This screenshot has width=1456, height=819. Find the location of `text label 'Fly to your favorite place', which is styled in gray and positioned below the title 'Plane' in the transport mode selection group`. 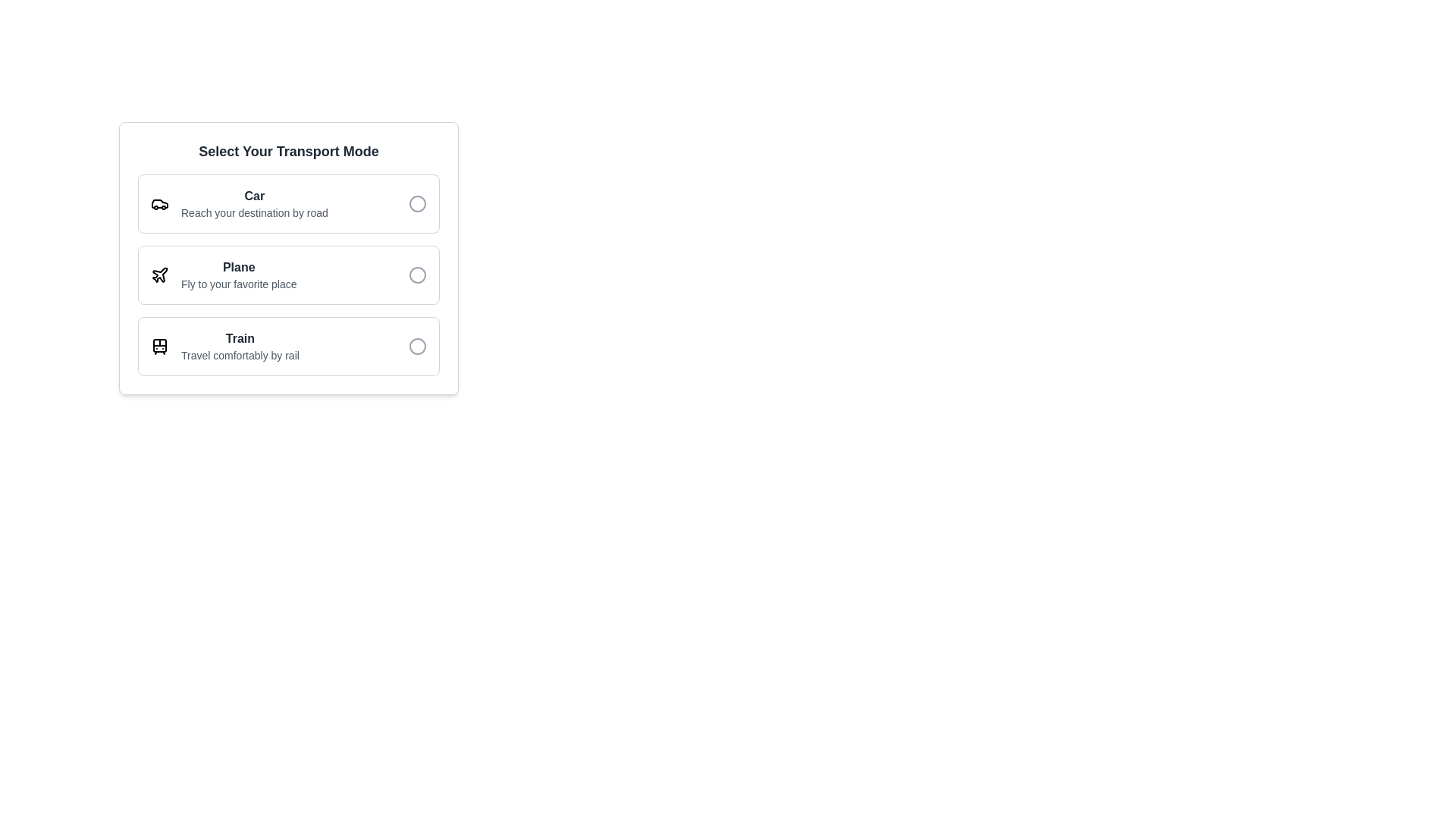

text label 'Fly to your favorite place', which is styled in gray and positioned below the title 'Plane' in the transport mode selection group is located at coordinates (238, 284).